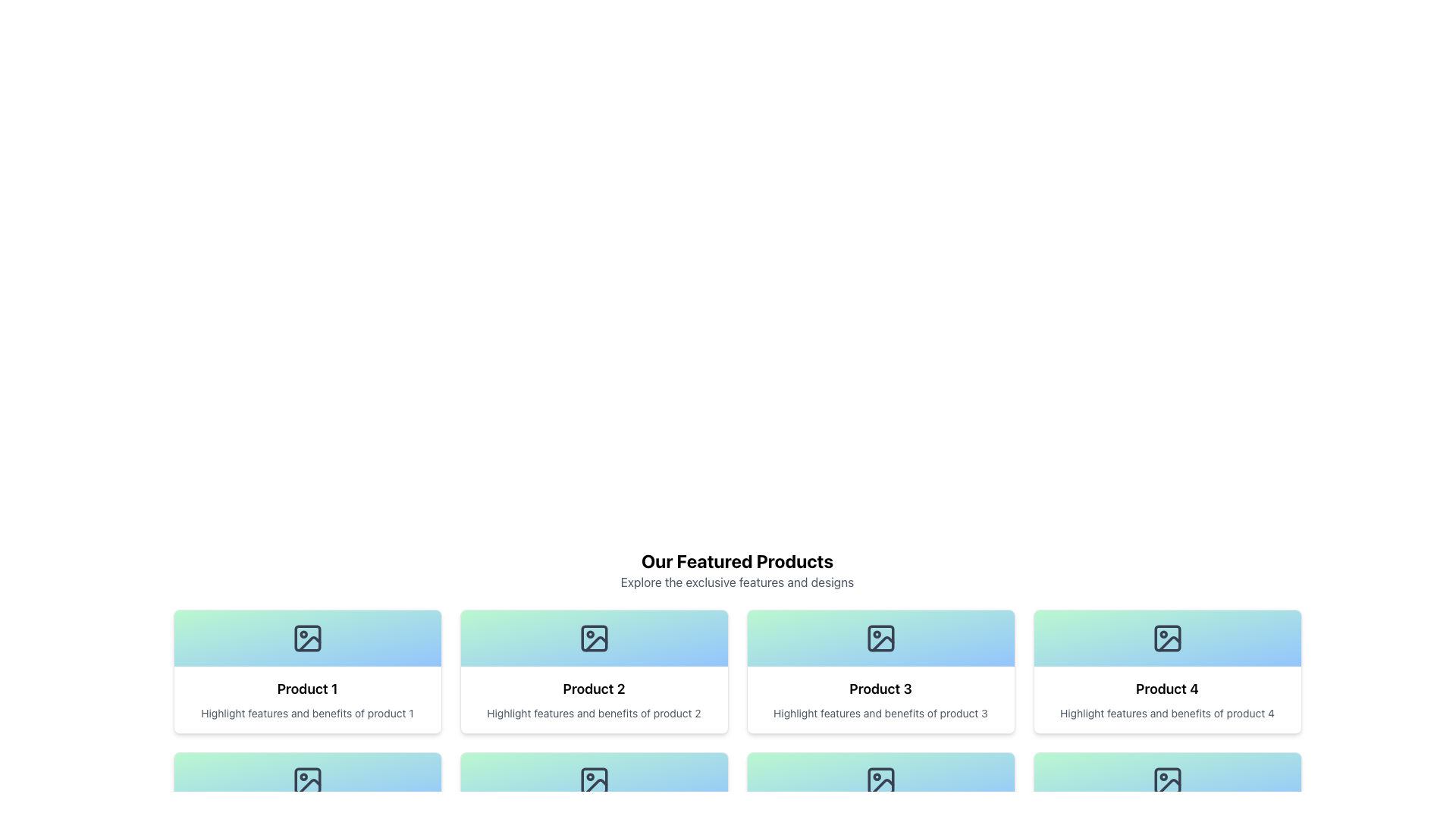 Image resolution: width=1456 pixels, height=819 pixels. Describe the element at coordinates (1166, 780) in the screenshot. I see `the vector graphic subcomponent of the SVG element located in the bottom-right corner of the 'Product 4' card` at that location.